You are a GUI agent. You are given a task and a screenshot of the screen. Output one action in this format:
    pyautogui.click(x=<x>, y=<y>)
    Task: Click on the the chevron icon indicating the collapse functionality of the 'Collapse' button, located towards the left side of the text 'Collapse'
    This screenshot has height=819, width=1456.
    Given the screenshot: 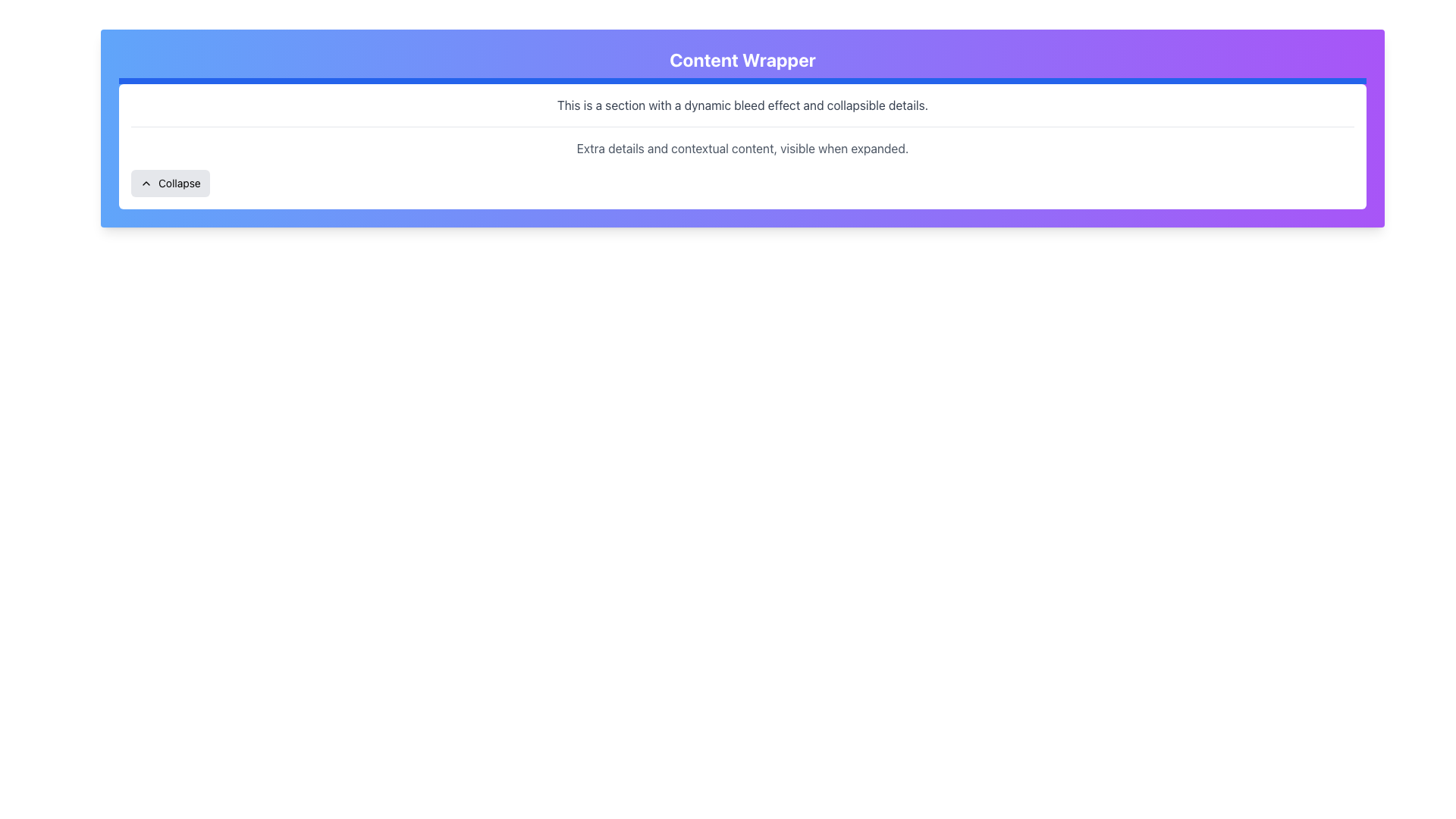 What is the action you would take?
    pyautogui.click(x=146, y=183)
    